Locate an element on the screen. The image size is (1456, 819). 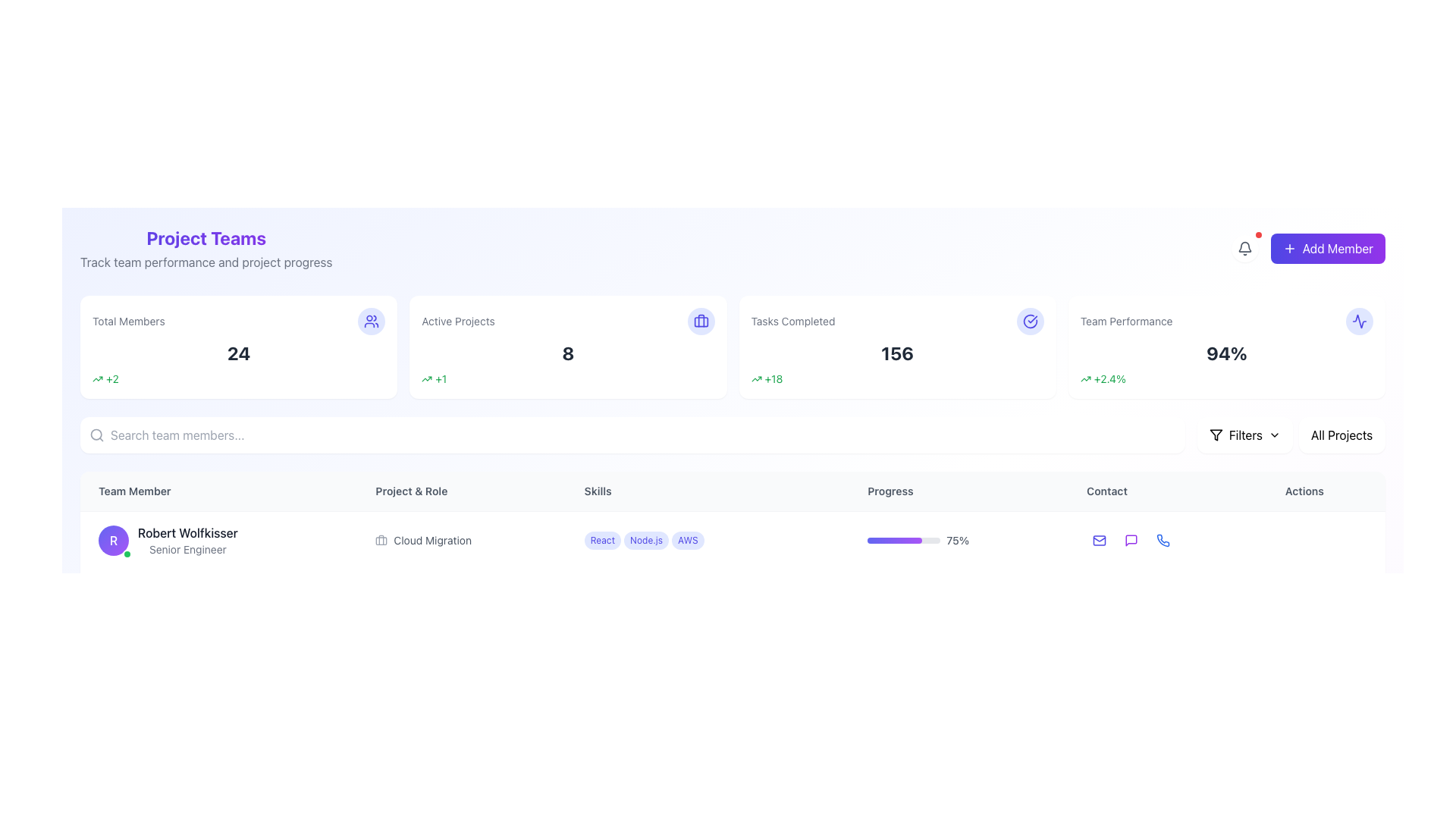
large, bold percentage value '94%' displayed in dark gray color within the 'Team Performance' card is located at coordinates (1226, 353).